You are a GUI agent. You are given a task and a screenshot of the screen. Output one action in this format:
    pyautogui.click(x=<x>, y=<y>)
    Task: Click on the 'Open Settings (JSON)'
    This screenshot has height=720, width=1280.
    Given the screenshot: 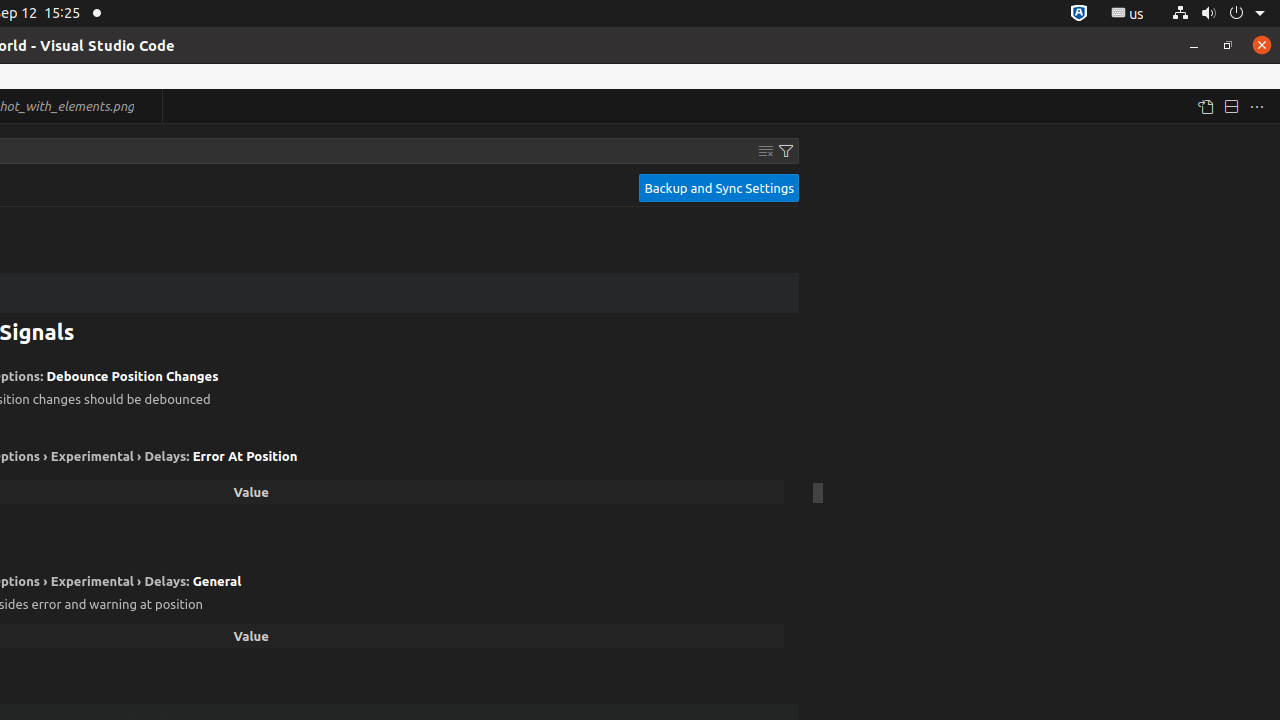 What is the action you would take?
    pyautogui.click(x=1203, y=106)
    